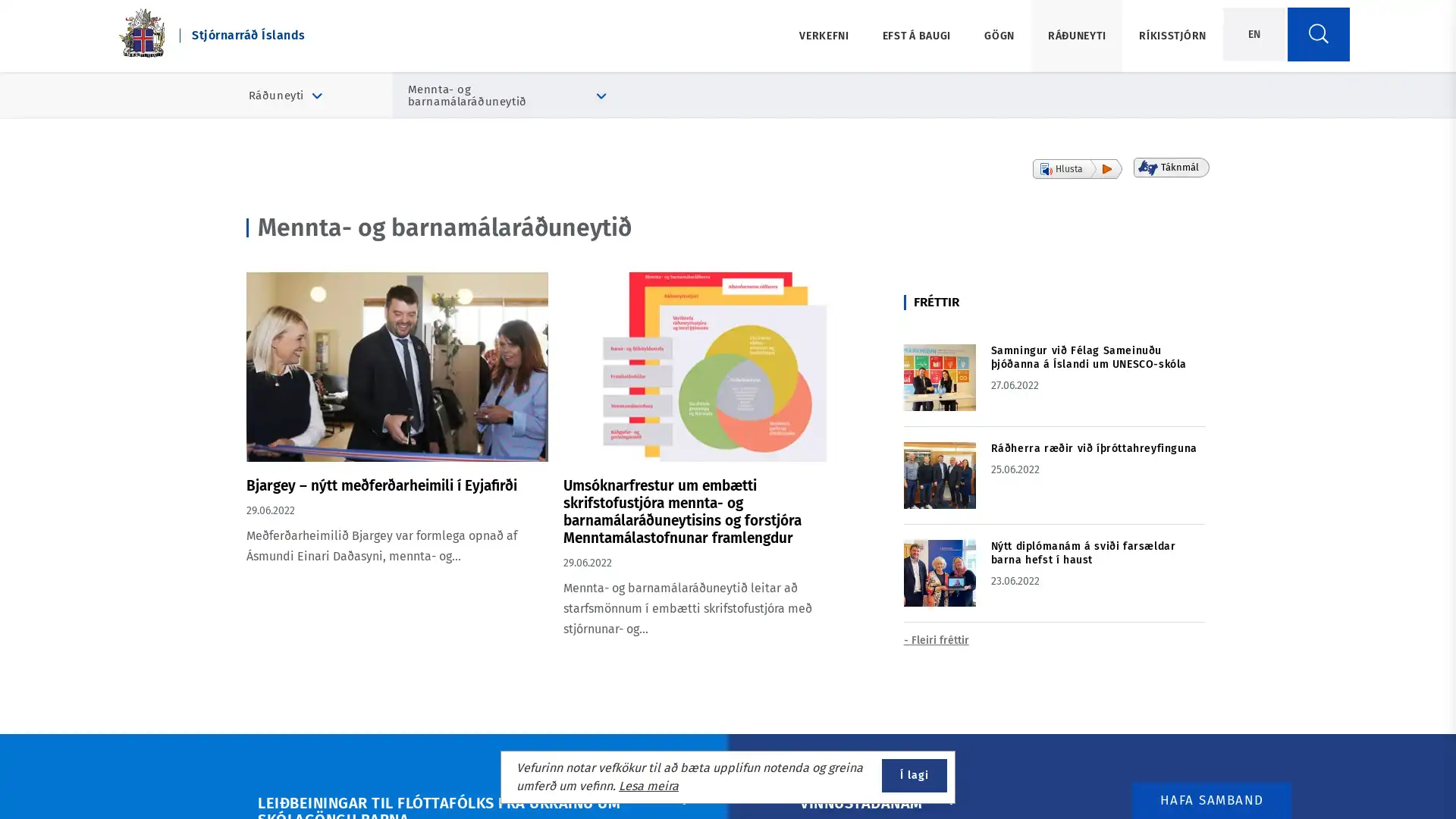 The height and width of the screenshot is (819, 1456). Describe the element at coordinates (1076, 169) in the screenshot. I see `Hlusta` at that location.